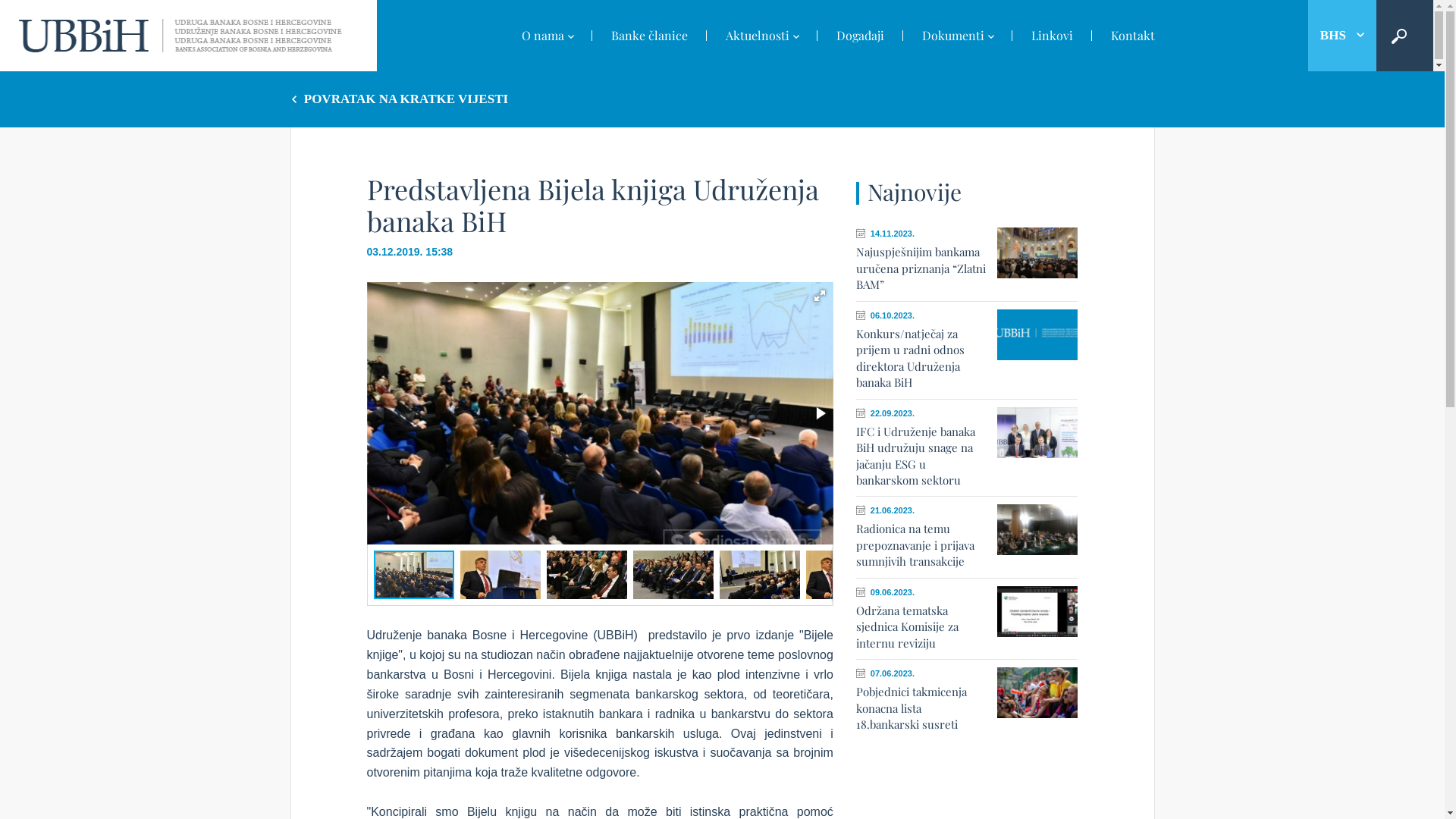 The height and width of the screenshot is (819, 1456). What do you see at coordinates (1012, 34) in the screenshot?
I see `'Linkovi'` at bounding box center [1012, 34].